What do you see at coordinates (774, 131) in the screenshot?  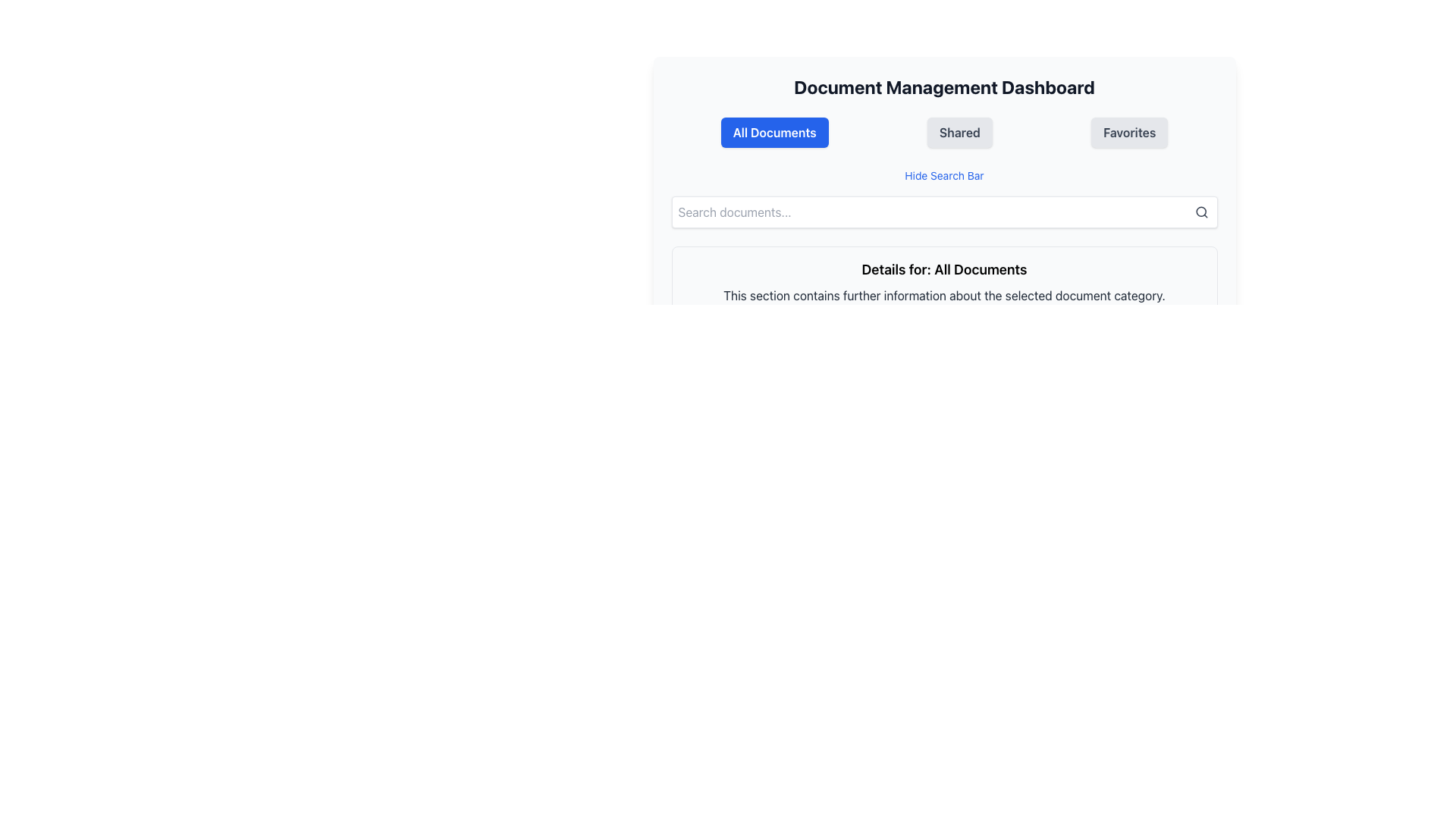 I see `the blue button with white text reading 'All Documents'` at bounding box center [774, 131].